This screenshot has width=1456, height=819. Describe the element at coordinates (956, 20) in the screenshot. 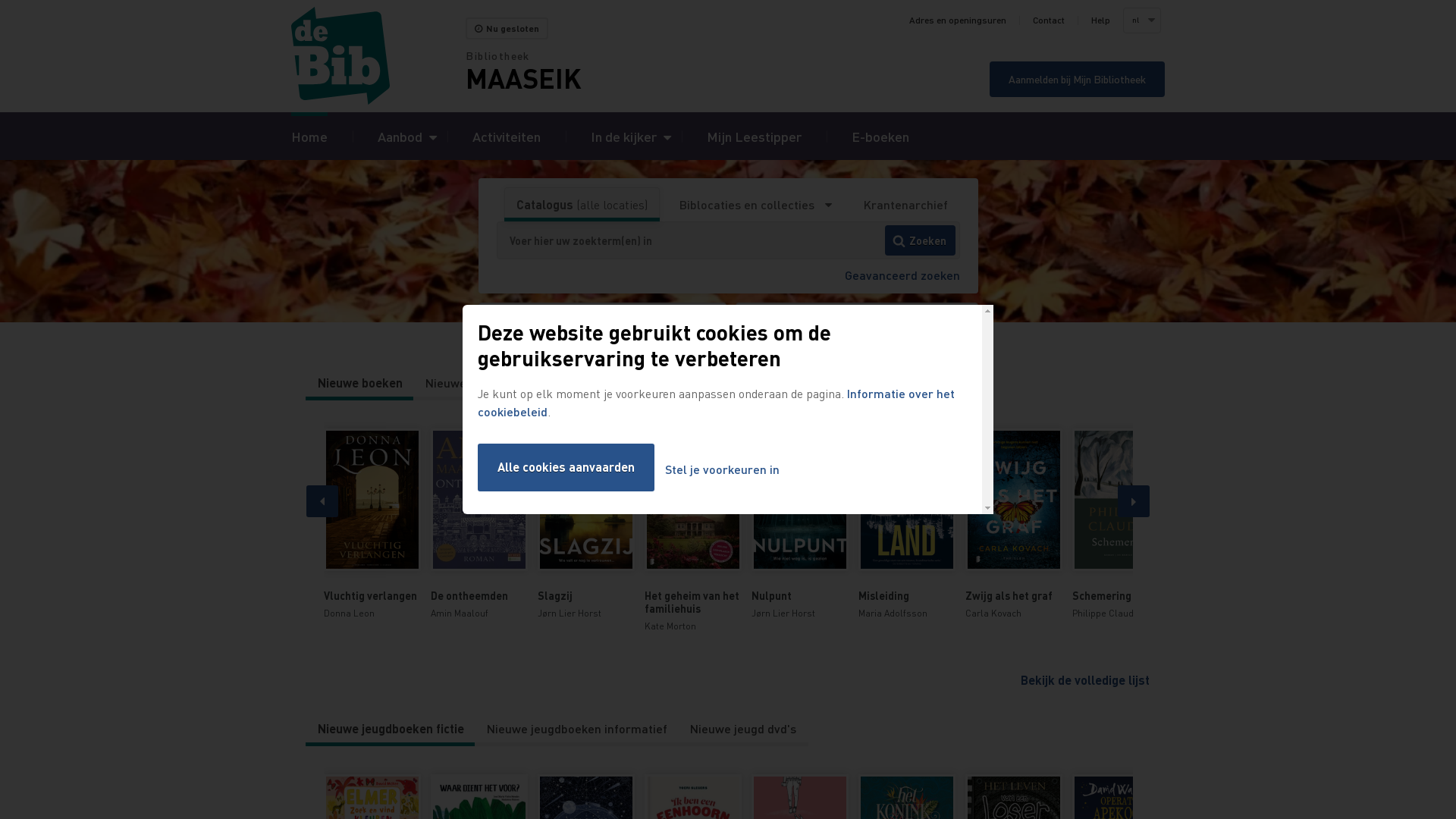

I see `'Adres en openingsuren'` at that location.